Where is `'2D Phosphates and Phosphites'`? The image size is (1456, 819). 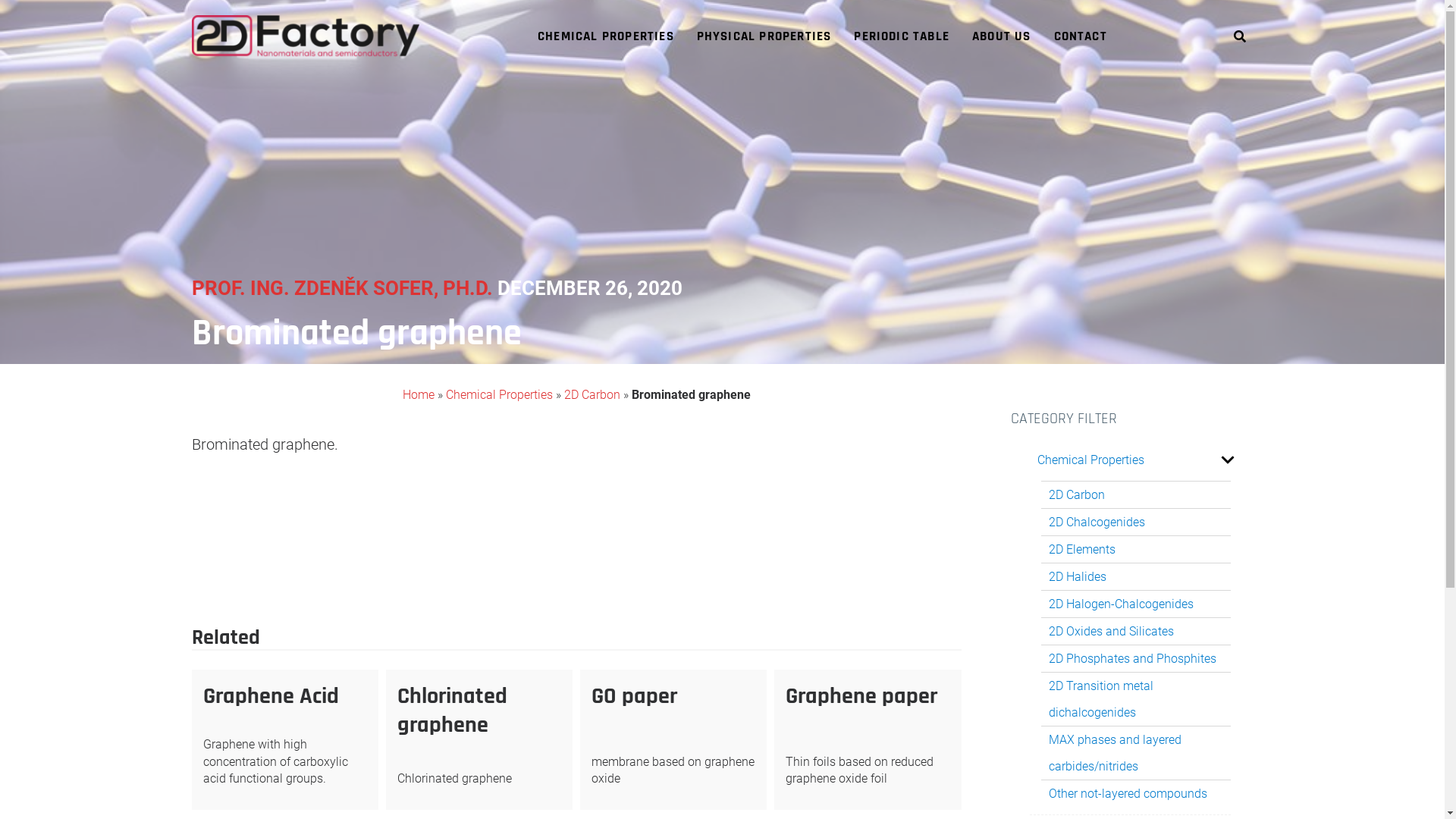
'2D Phosphates and Phosphites' is located at coordinates (1131, 657).